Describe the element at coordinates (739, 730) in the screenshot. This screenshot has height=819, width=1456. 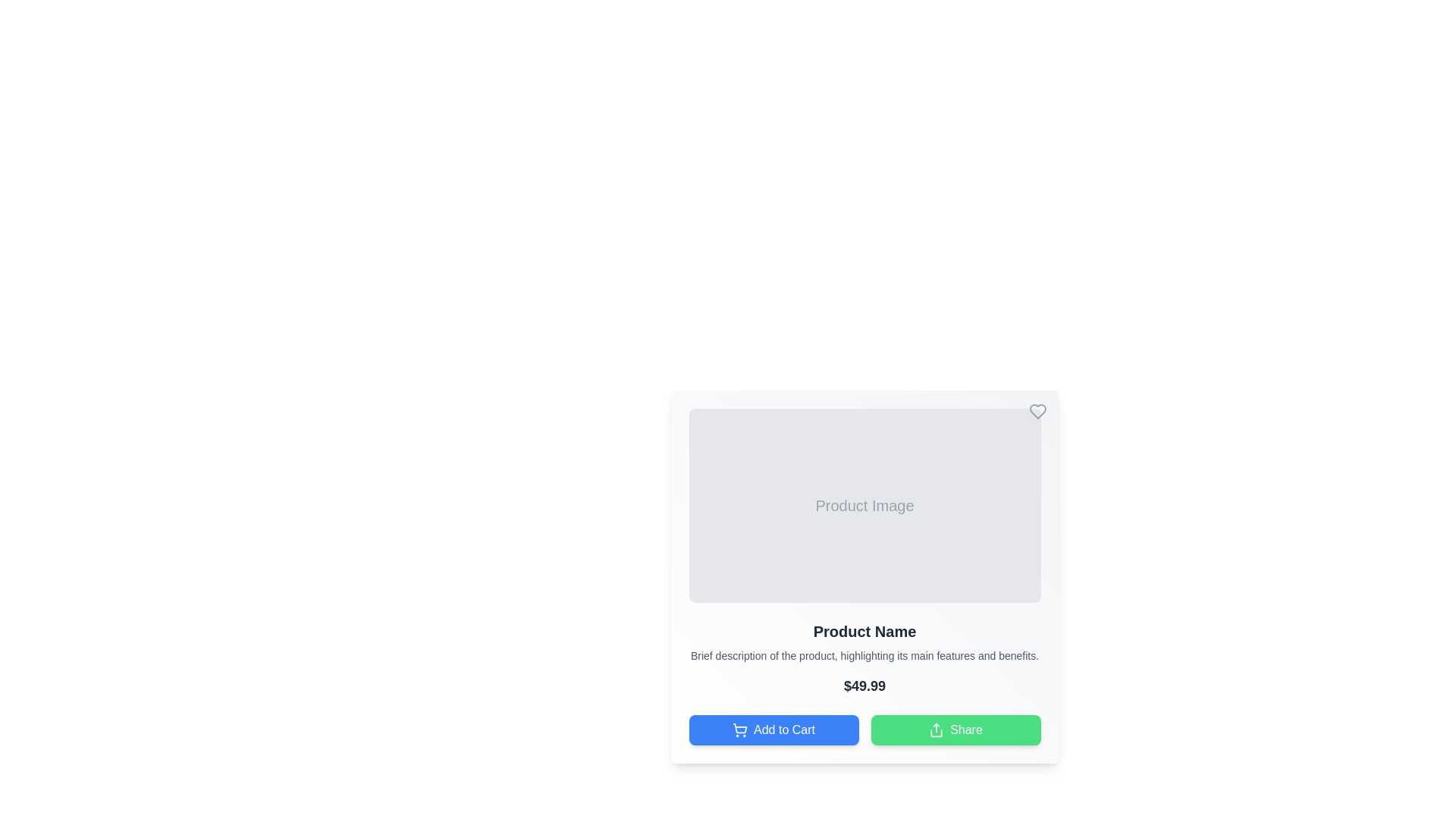
I see `the shopping cart icon on the left side of the 'Add to Cart' button` at that location.